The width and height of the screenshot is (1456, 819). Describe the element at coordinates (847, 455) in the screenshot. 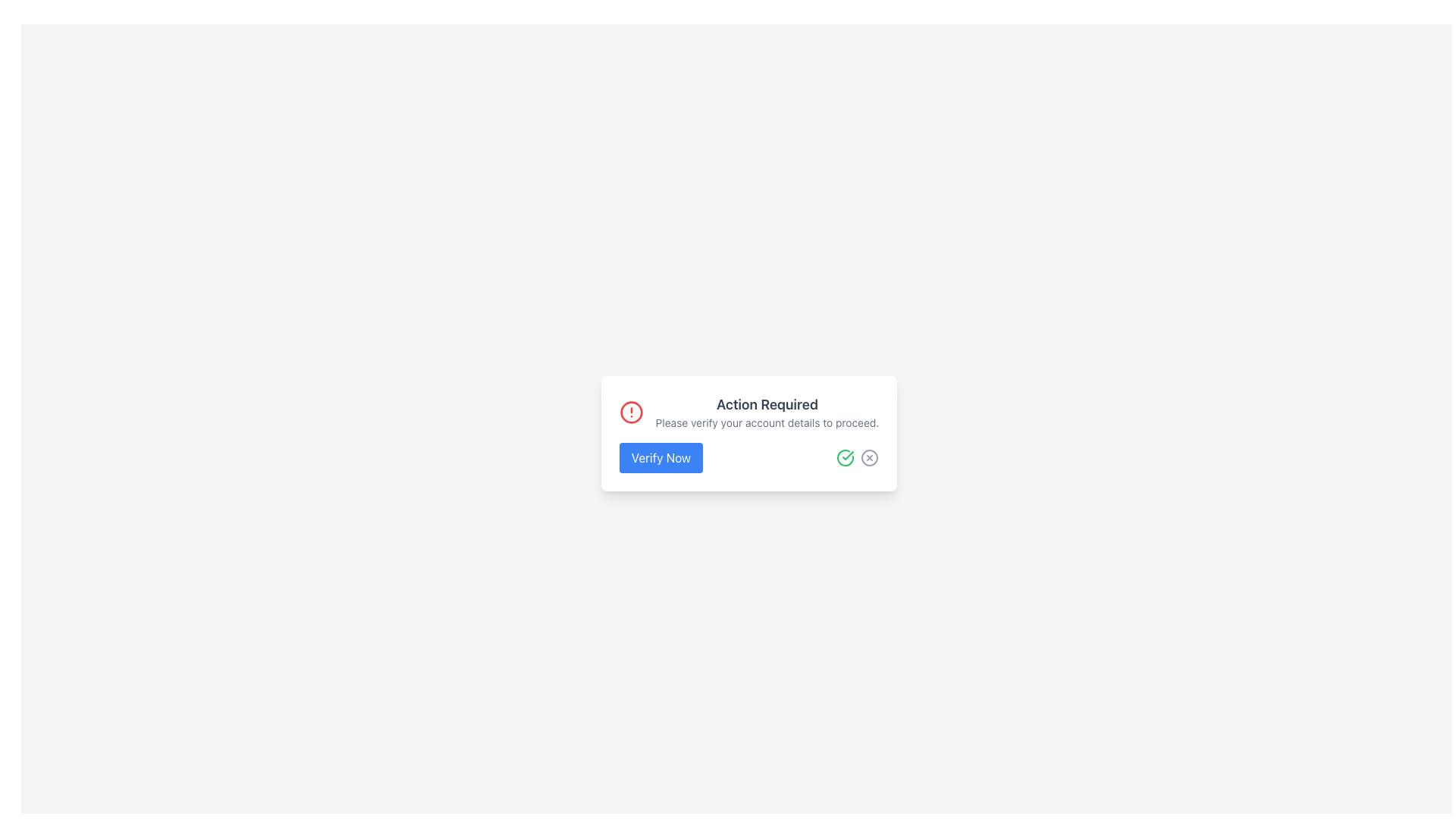

I see `the approval icon located at the bottom right of the dialog box, adjacent to the 'X' icon, which signifies successful verification` at that location.